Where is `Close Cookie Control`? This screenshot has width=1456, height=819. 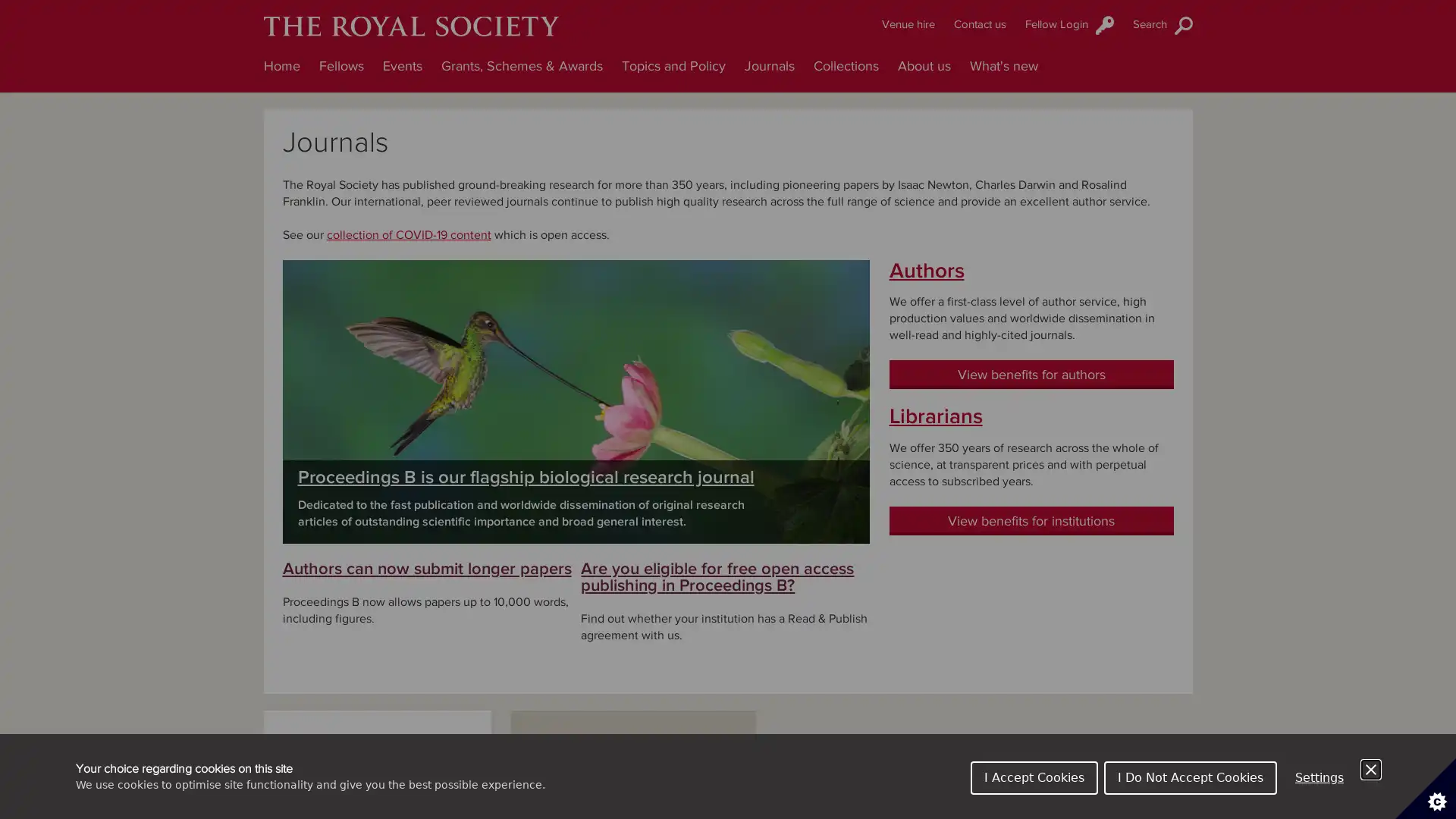 Close Cookie Control is located at coordinates (1371, 769).